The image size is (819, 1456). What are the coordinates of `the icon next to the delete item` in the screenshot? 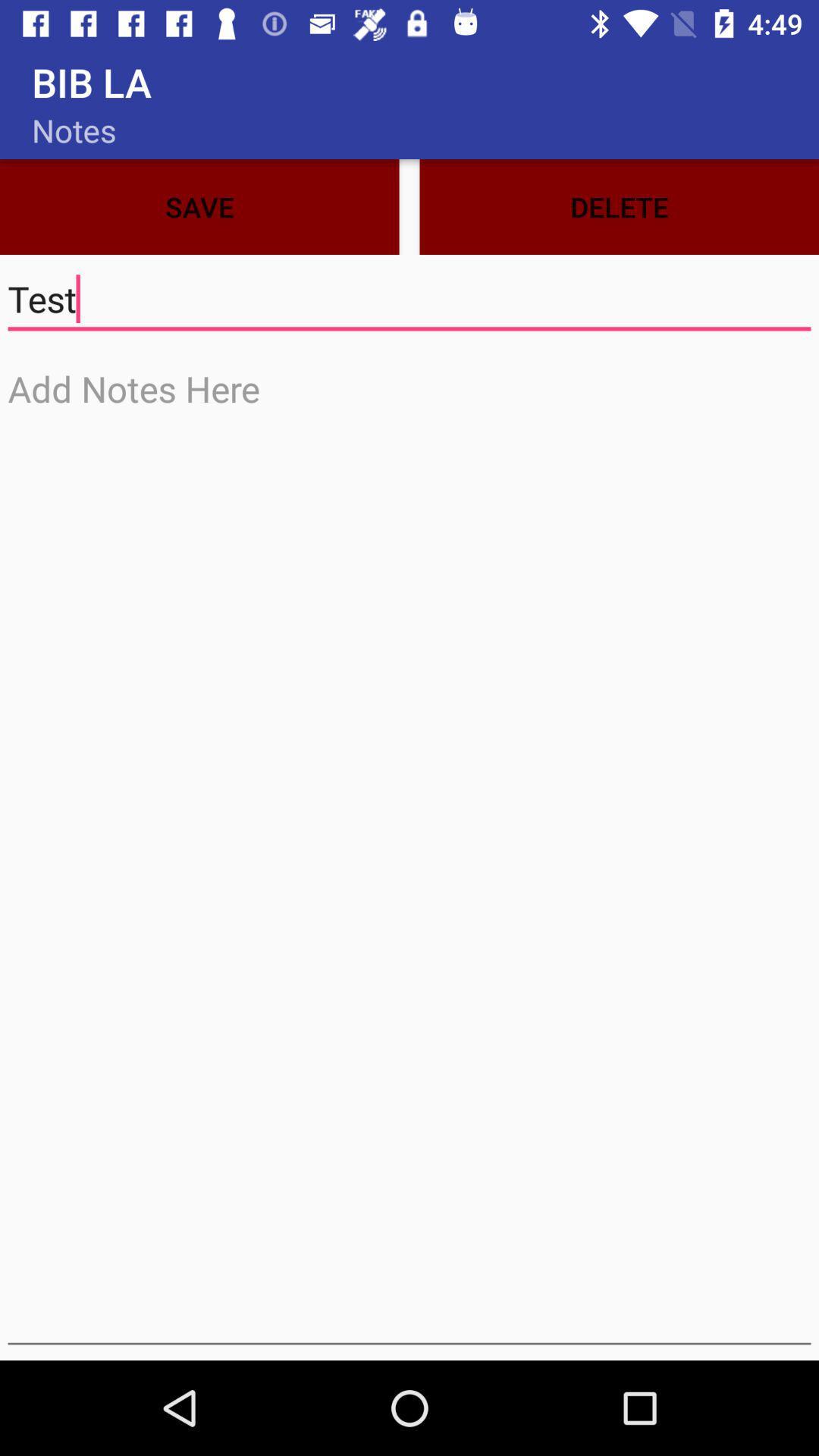 It's located at (199, 206).